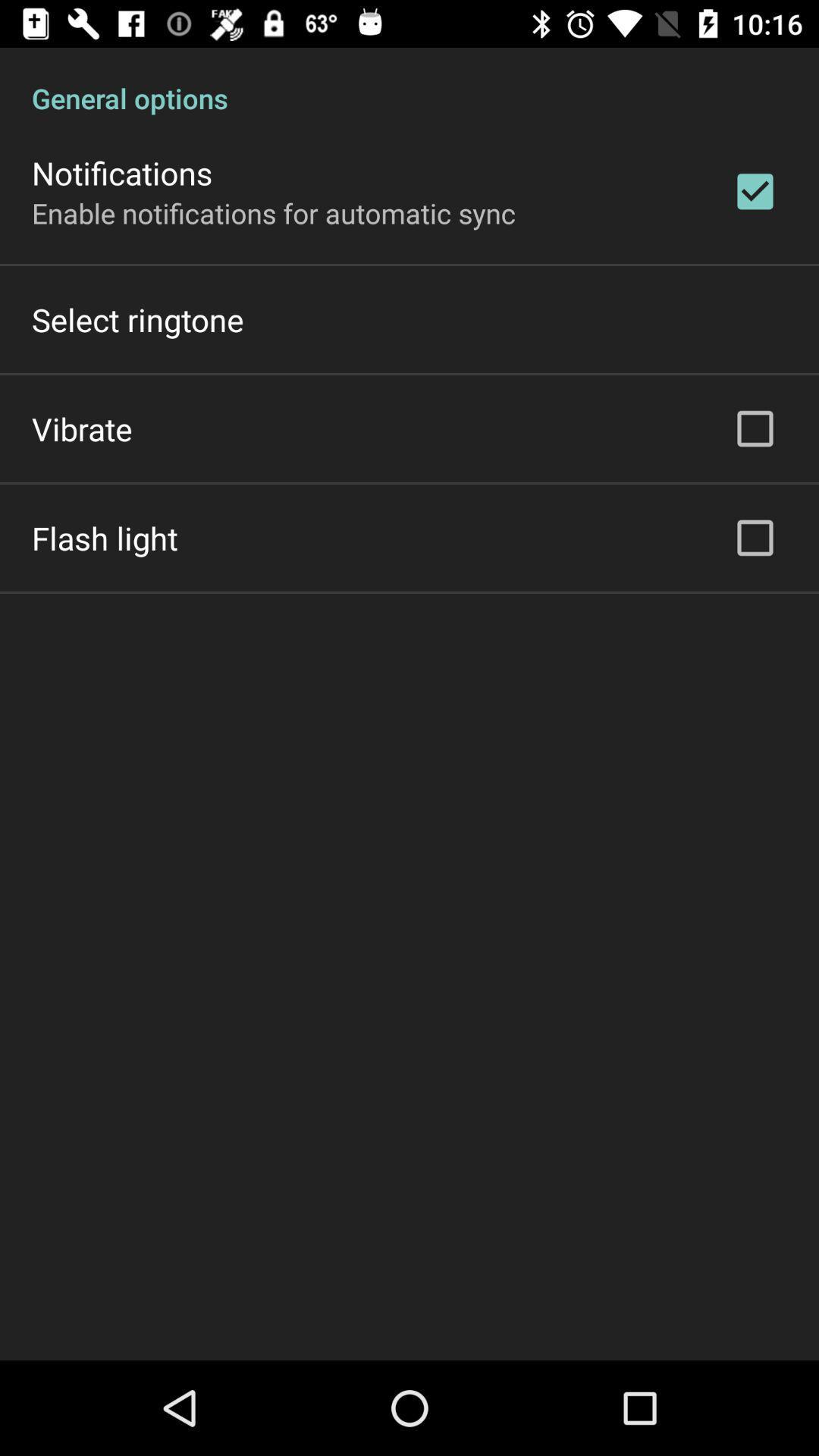 The width and height of the screenshot is (819, 1456). Describe the element at coordinates (409, 81) in the screenshot. I see `general options` at that location.